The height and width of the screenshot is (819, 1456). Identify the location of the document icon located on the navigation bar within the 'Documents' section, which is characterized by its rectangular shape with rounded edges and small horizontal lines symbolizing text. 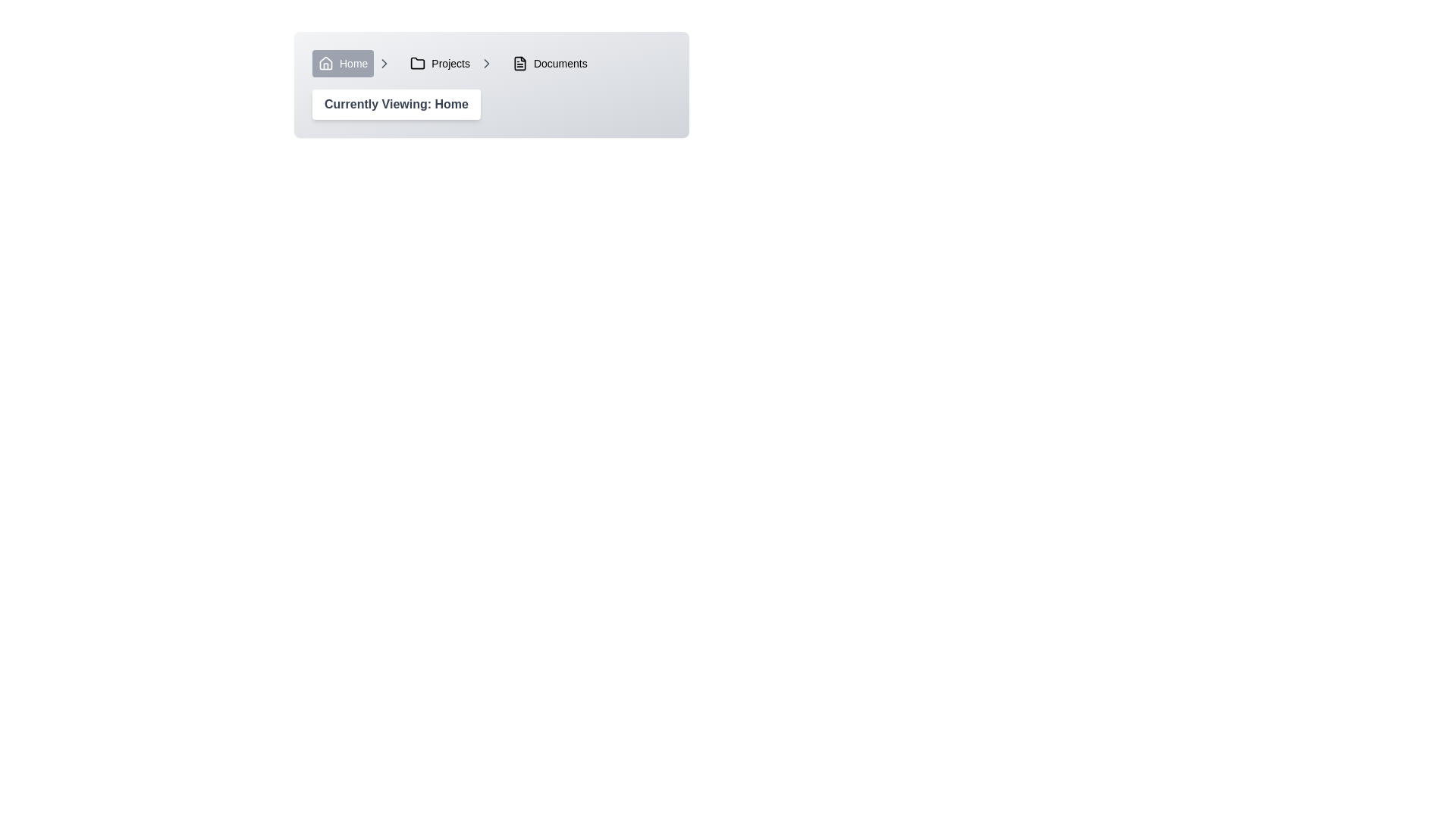
(520, 63).